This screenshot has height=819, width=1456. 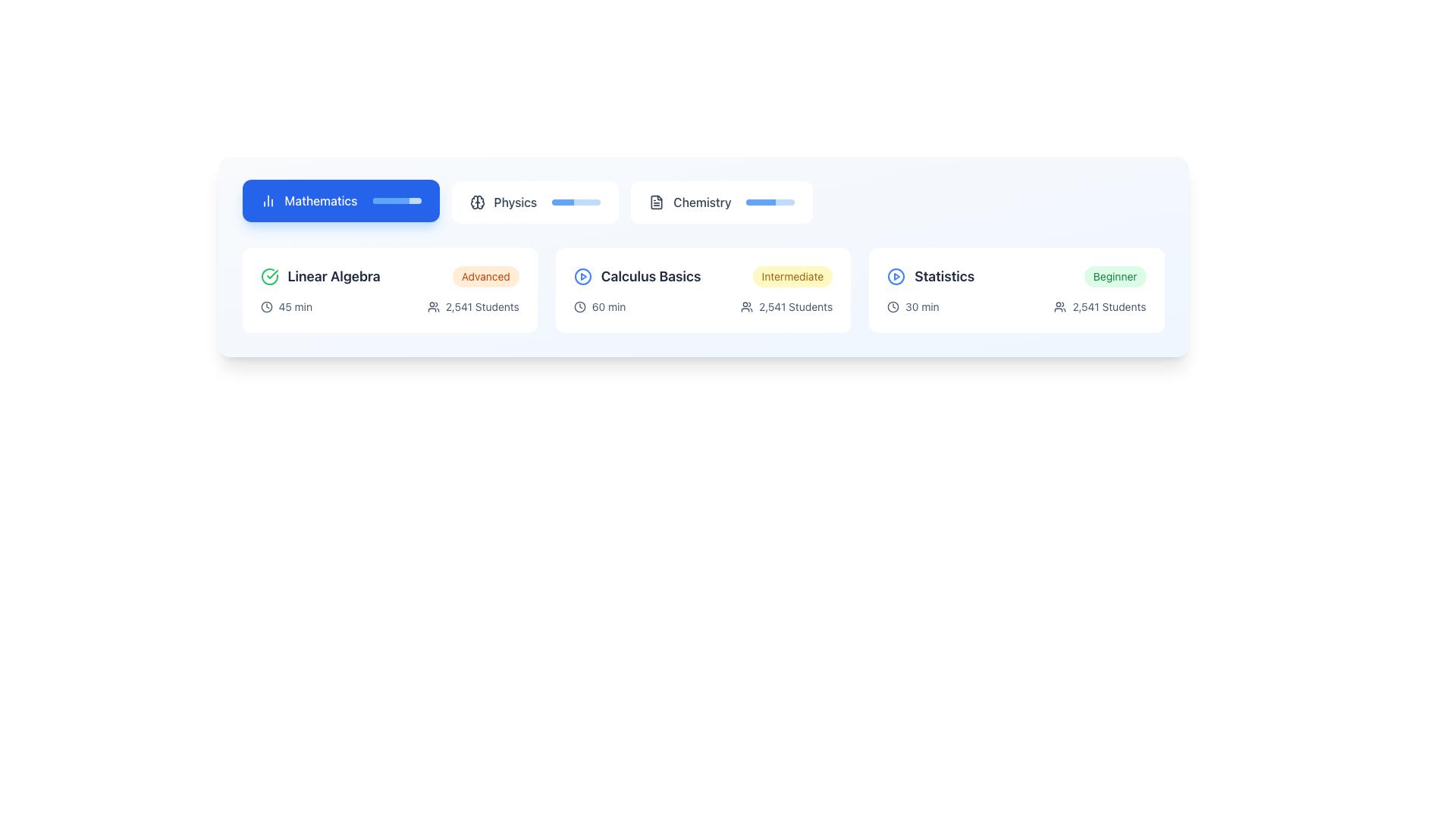 What do you see at coordinates (921, 307) in the screenshot?
I see `the information displayed in the text label showing '30 min', which is located in the 'Statistics' section beneath the title and next to a clock icon` at bounding box center [921, 307].